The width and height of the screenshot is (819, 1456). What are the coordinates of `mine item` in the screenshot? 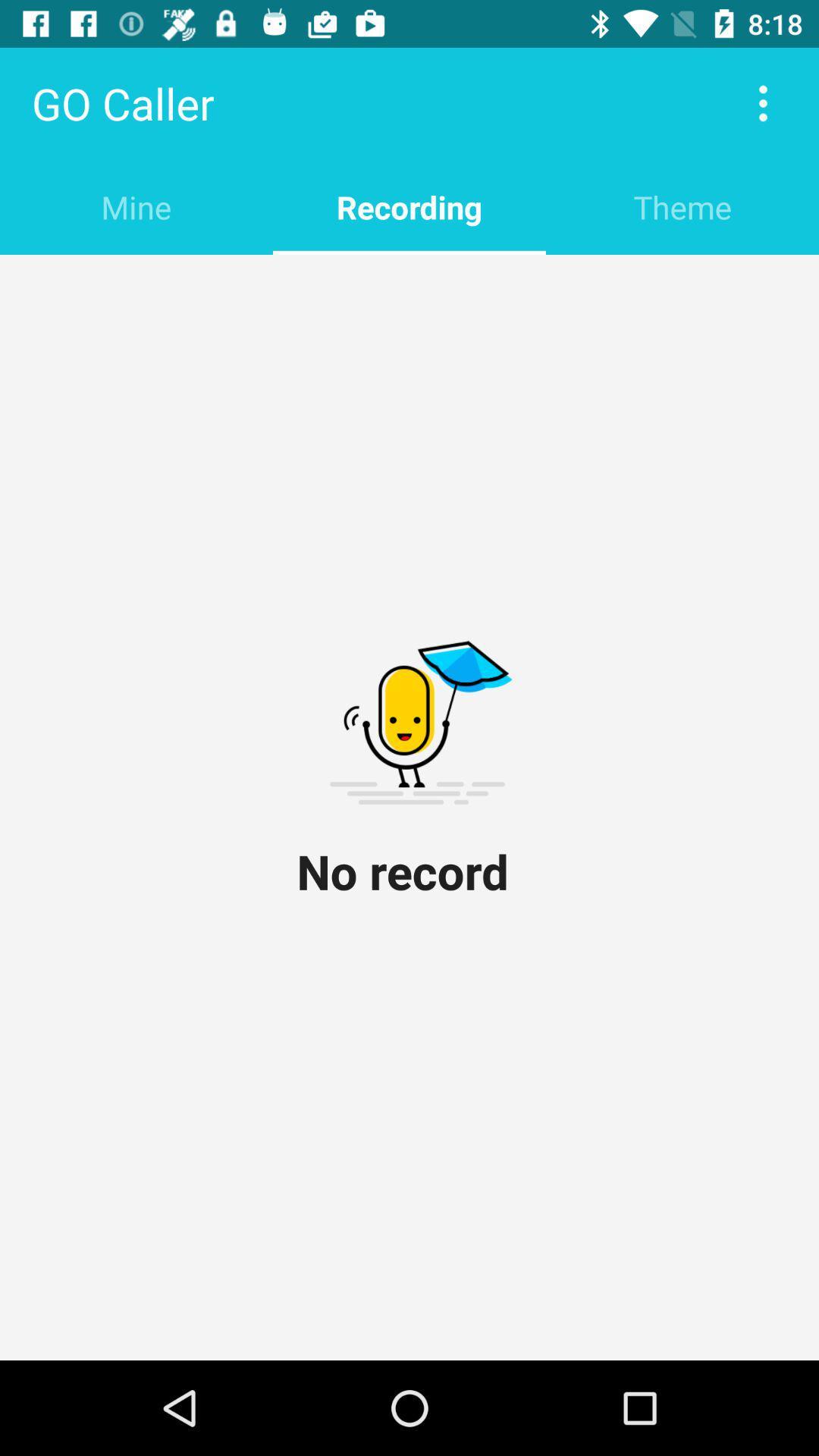 It's located at (136, 206).